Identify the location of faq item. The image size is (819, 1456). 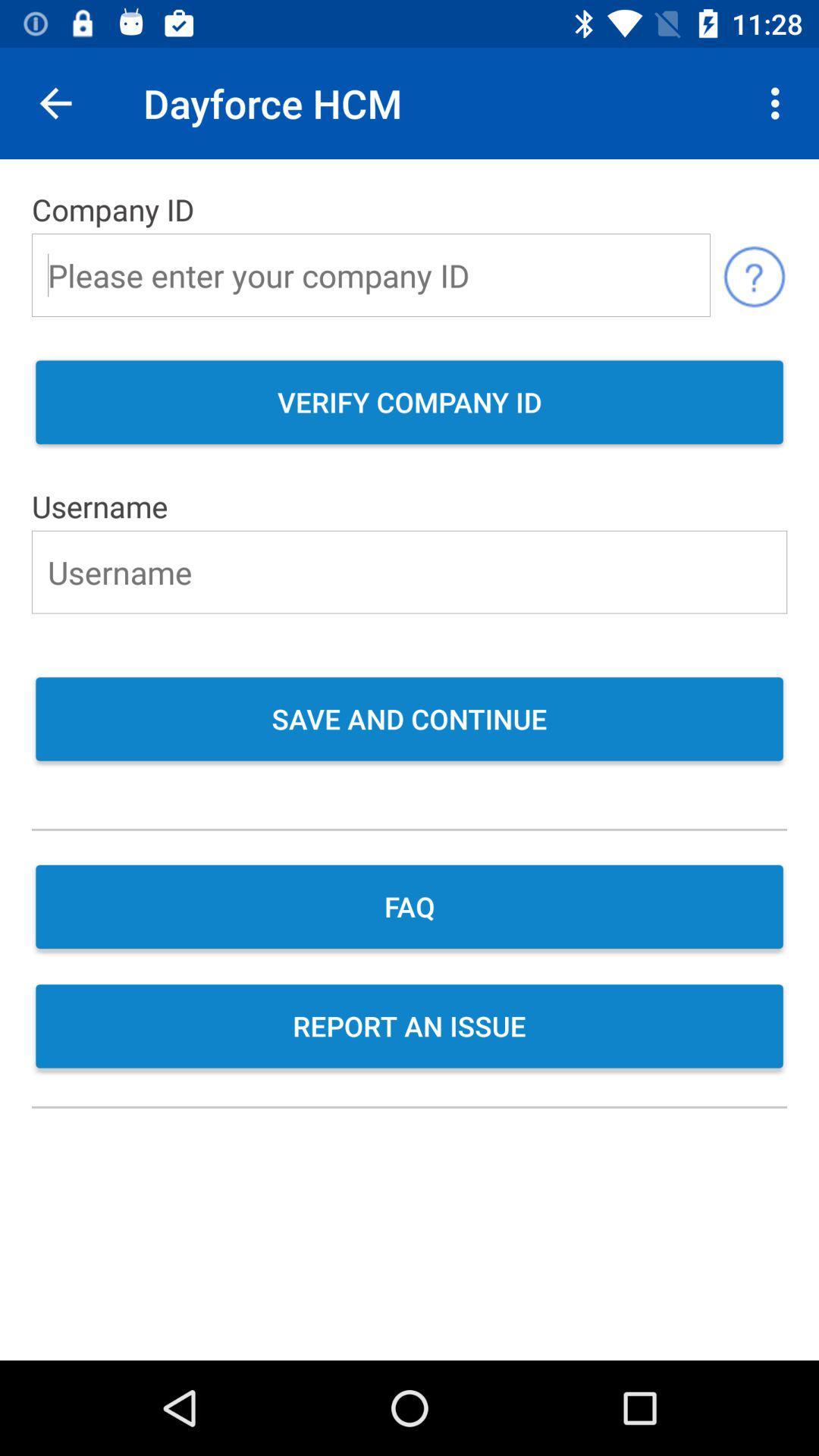
(409, 908).